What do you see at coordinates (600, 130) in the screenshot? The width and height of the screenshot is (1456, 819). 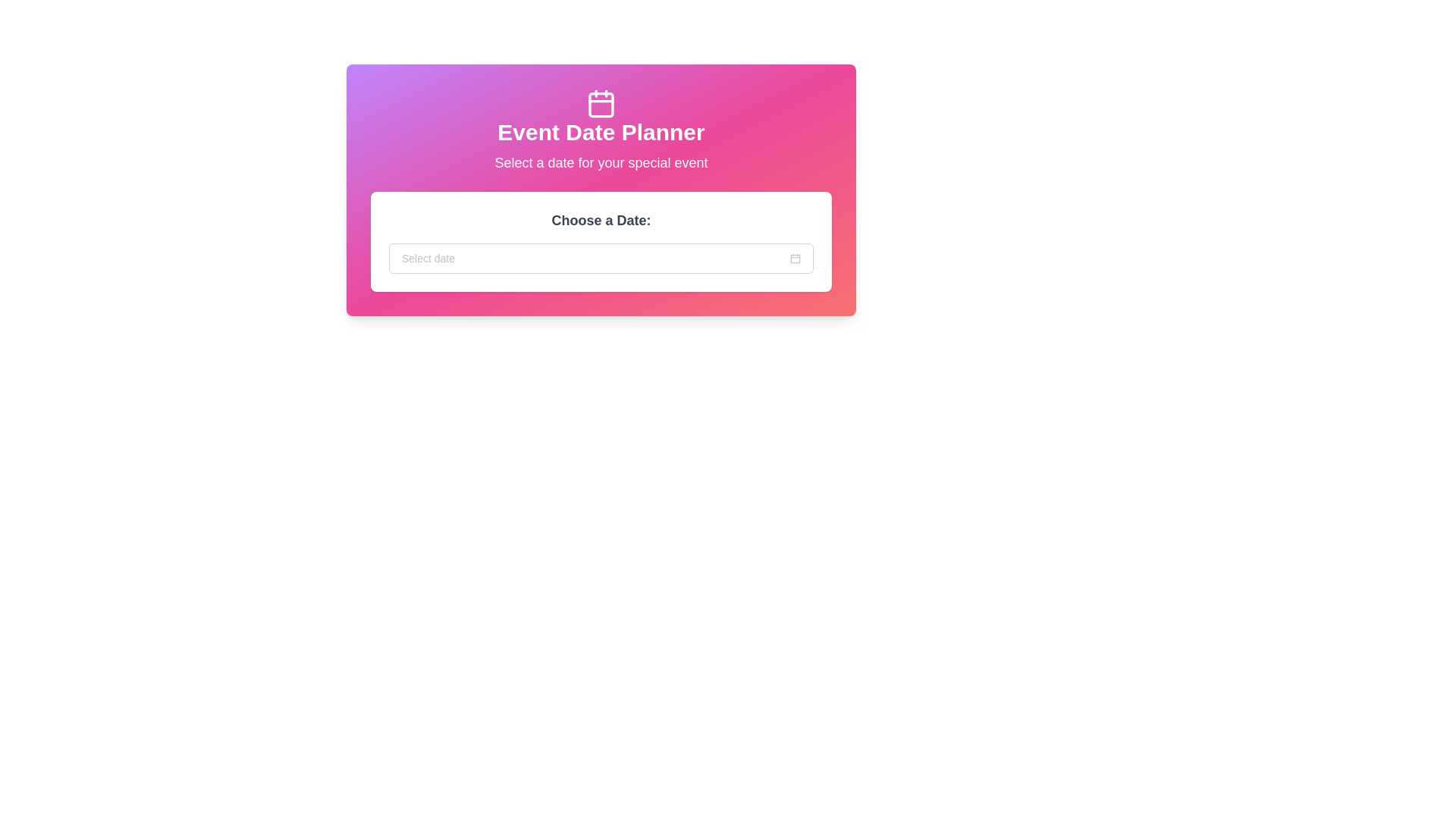 I see `the Header section containing the SVG calendar icon, which features bold header text and regular subheader text against a gradient background` at bounding box center [600, 130].